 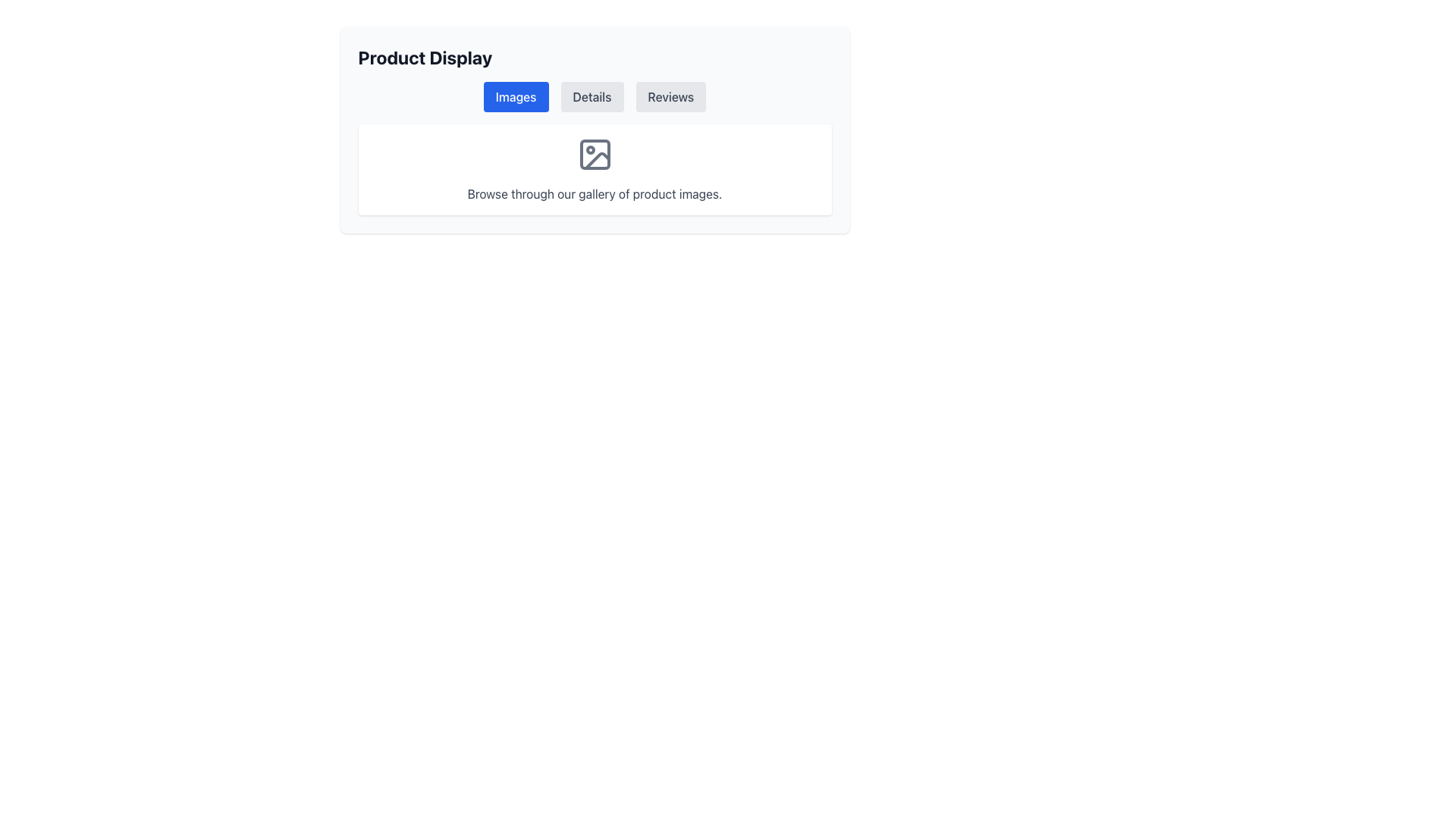 I want to click on the 'Details' button in the navigation menu located beneath the 'Product Display' header, so click(x=594, y=96).